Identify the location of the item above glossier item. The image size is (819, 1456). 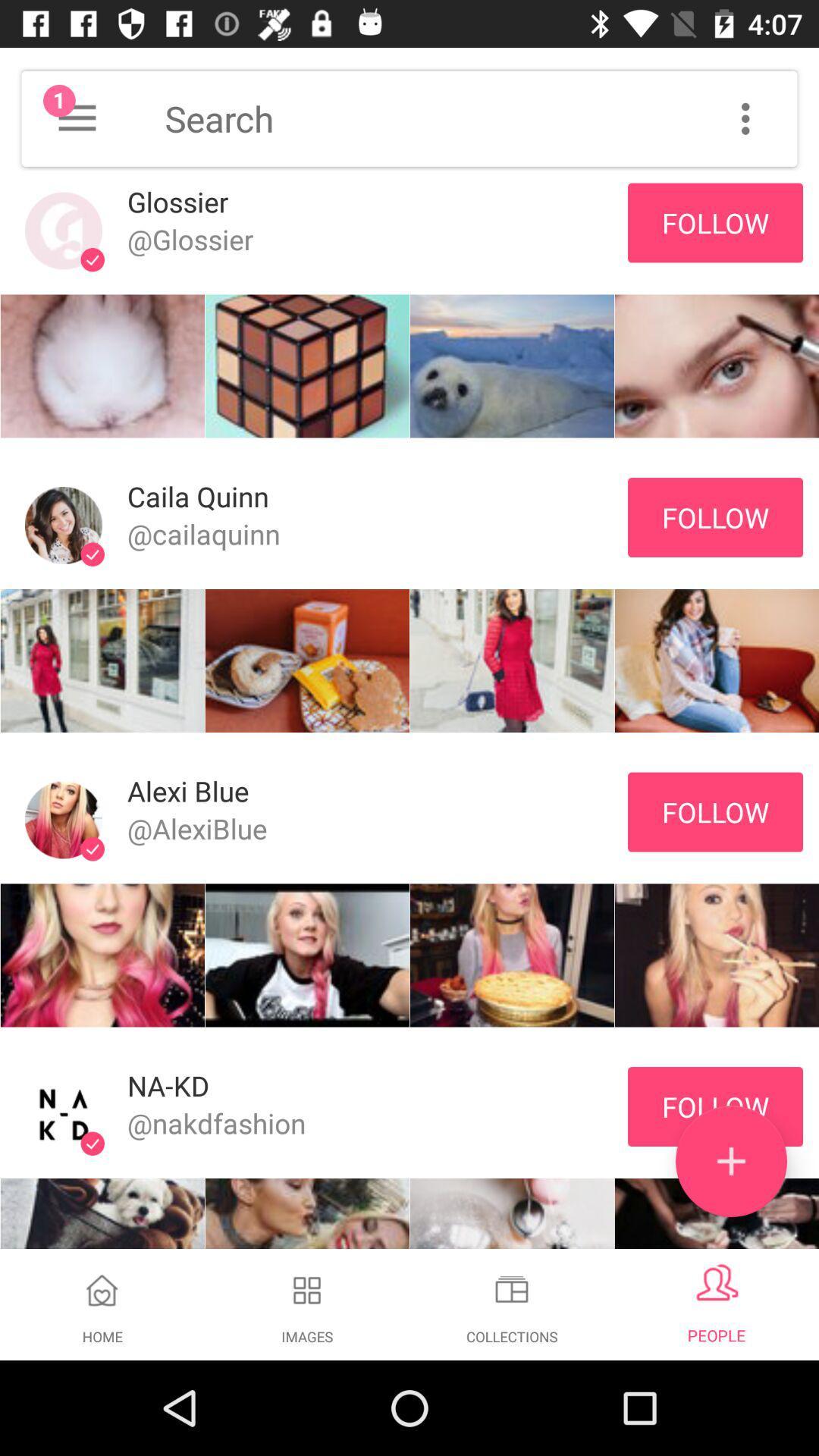
(77, 118).